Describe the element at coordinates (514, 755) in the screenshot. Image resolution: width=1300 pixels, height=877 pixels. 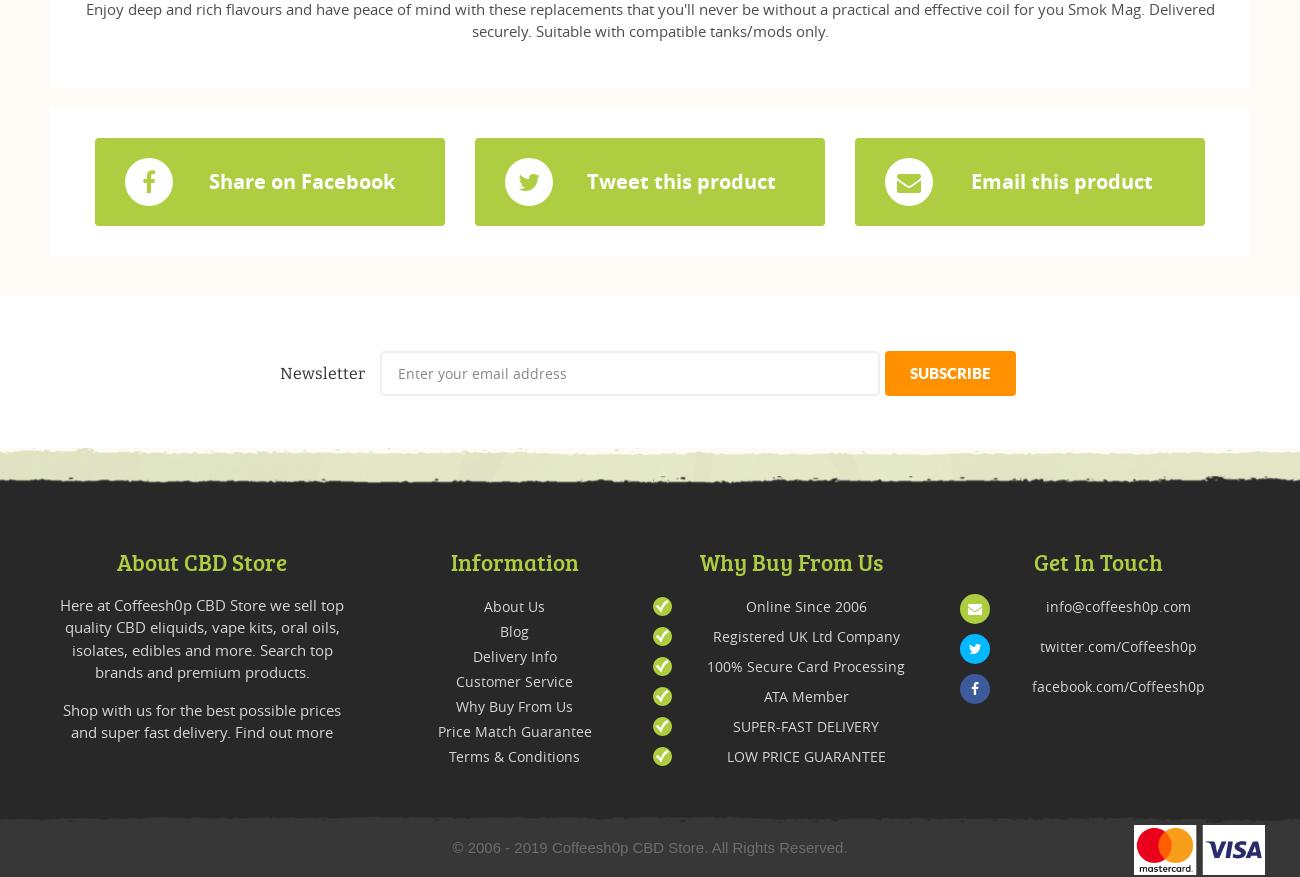
I see `'Terms & Conditions'` at that location.